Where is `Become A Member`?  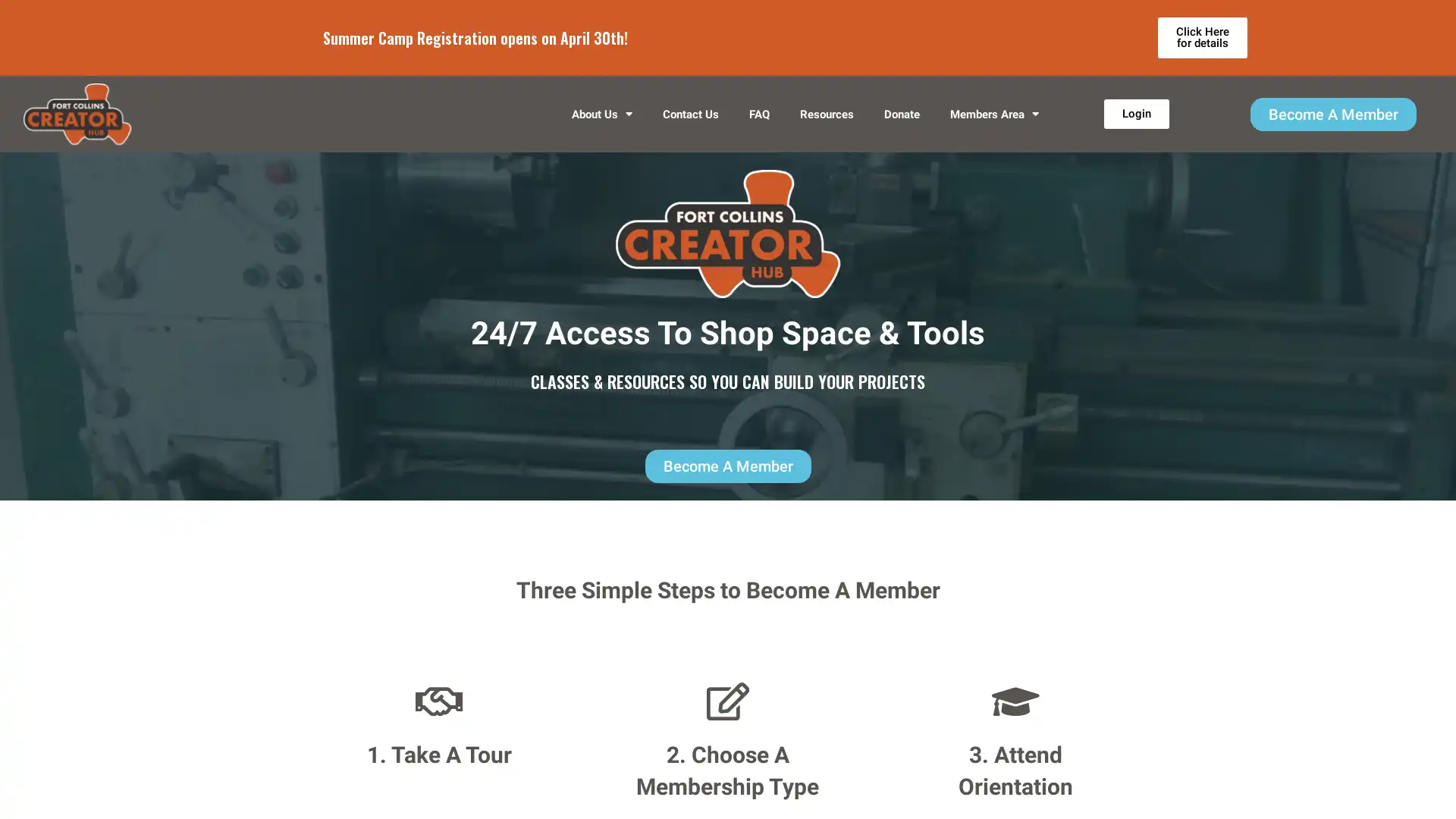 Become A Member is located at coordinates (726, 465).